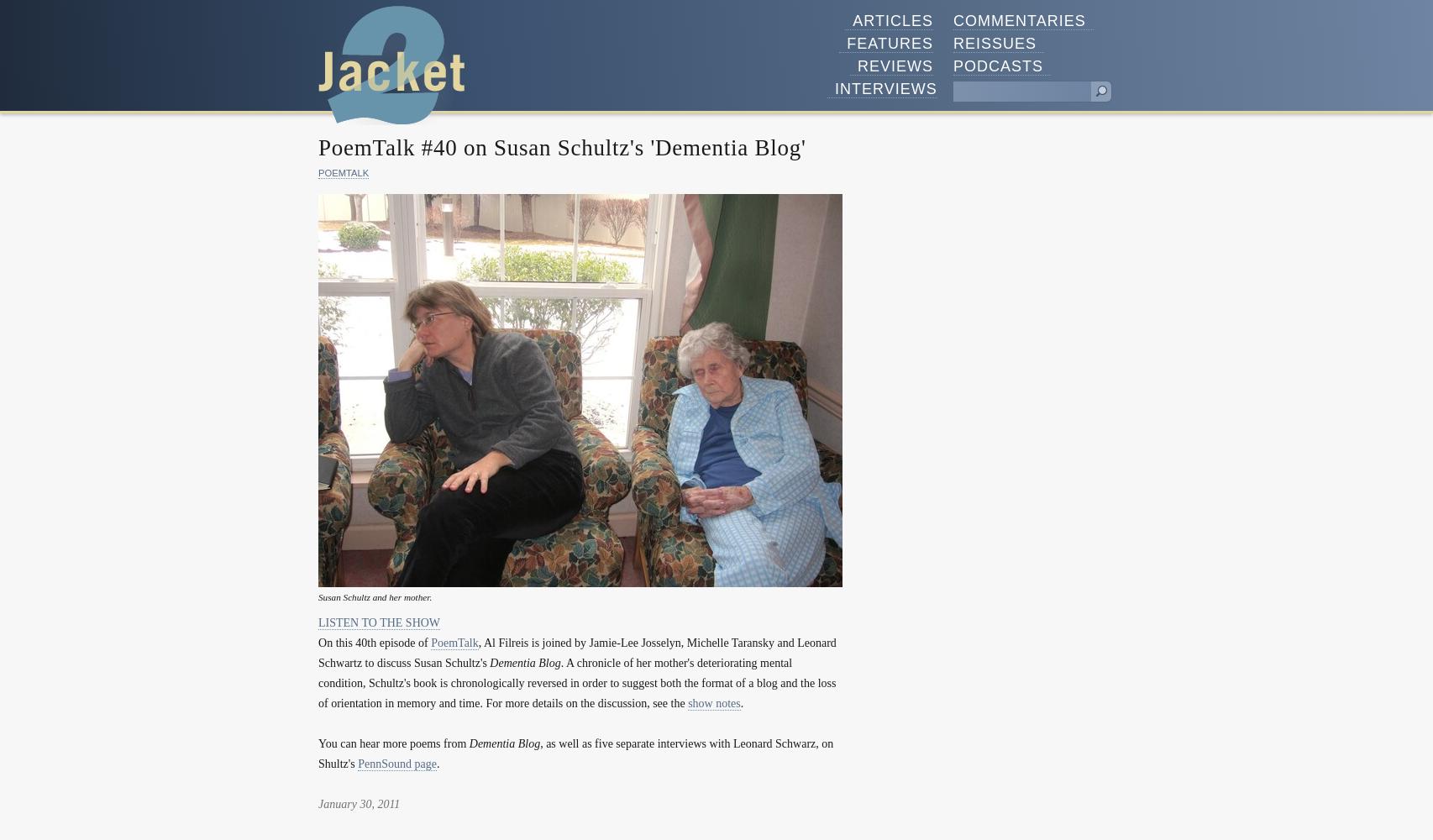 This screenshot has width=1433, height=840. What do you see at coordinates (318, 621) in the screenshot?
I see `'LISTEN TO THE SHOW'` at bounding box center [318, 621].